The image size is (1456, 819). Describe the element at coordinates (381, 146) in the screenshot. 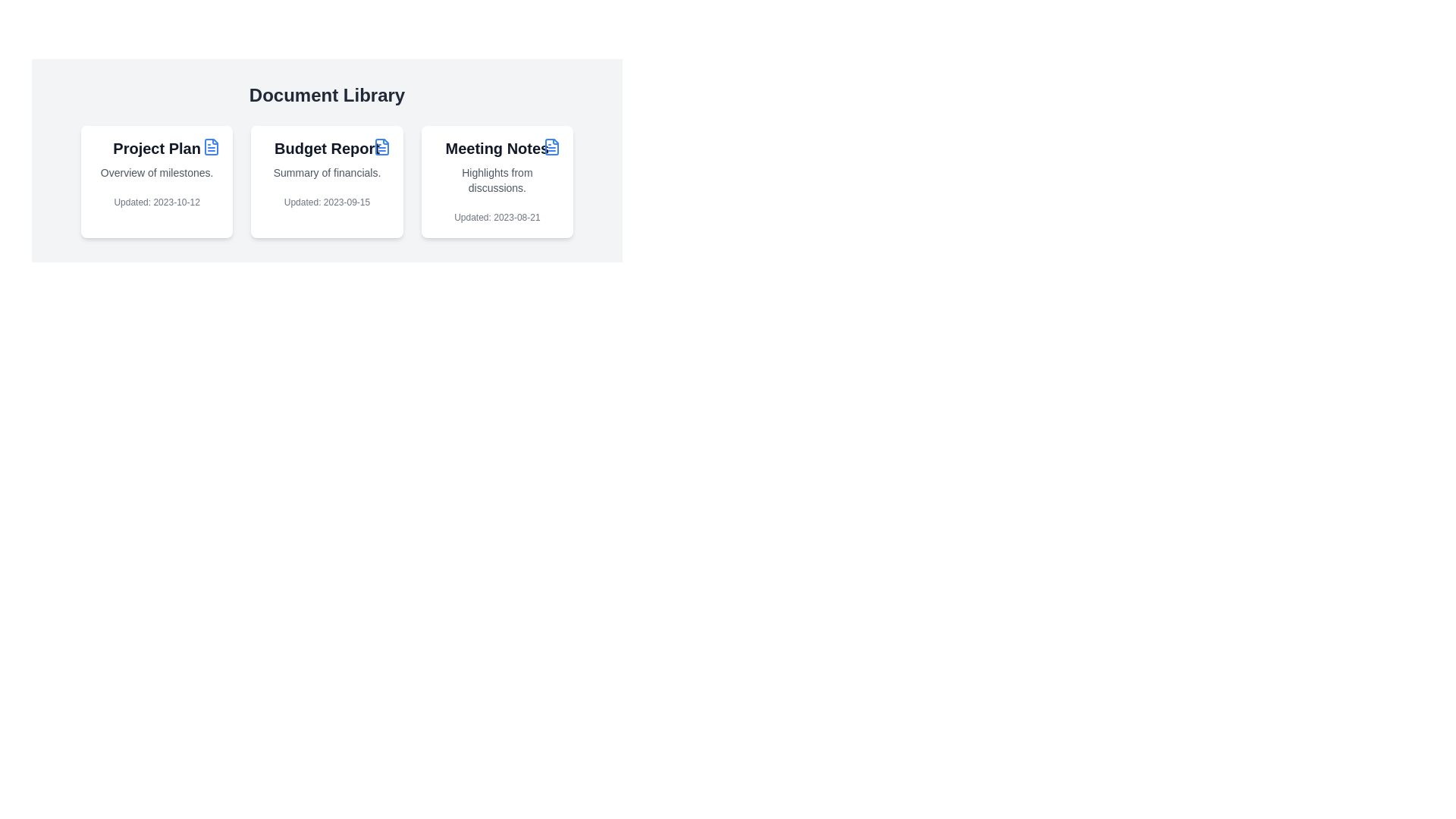

I see `the graphical icon representing the file document associated with the 'Budget Report' located adjacent to the 'Budget Report' title in the middle card of the Document Library layout` at that location.